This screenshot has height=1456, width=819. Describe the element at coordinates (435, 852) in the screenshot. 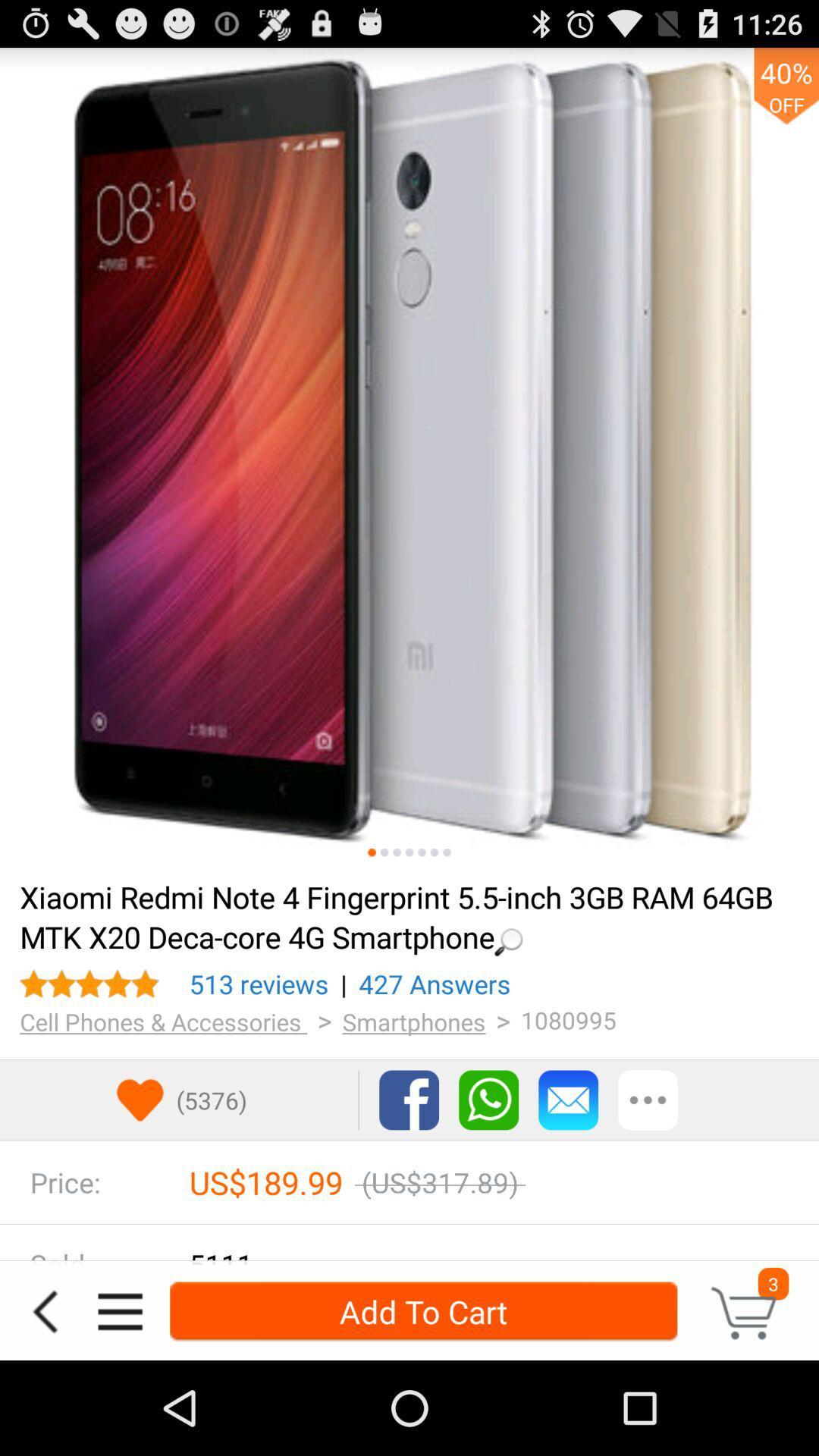

I see `android photo or linup saying go to the next page` at that location.